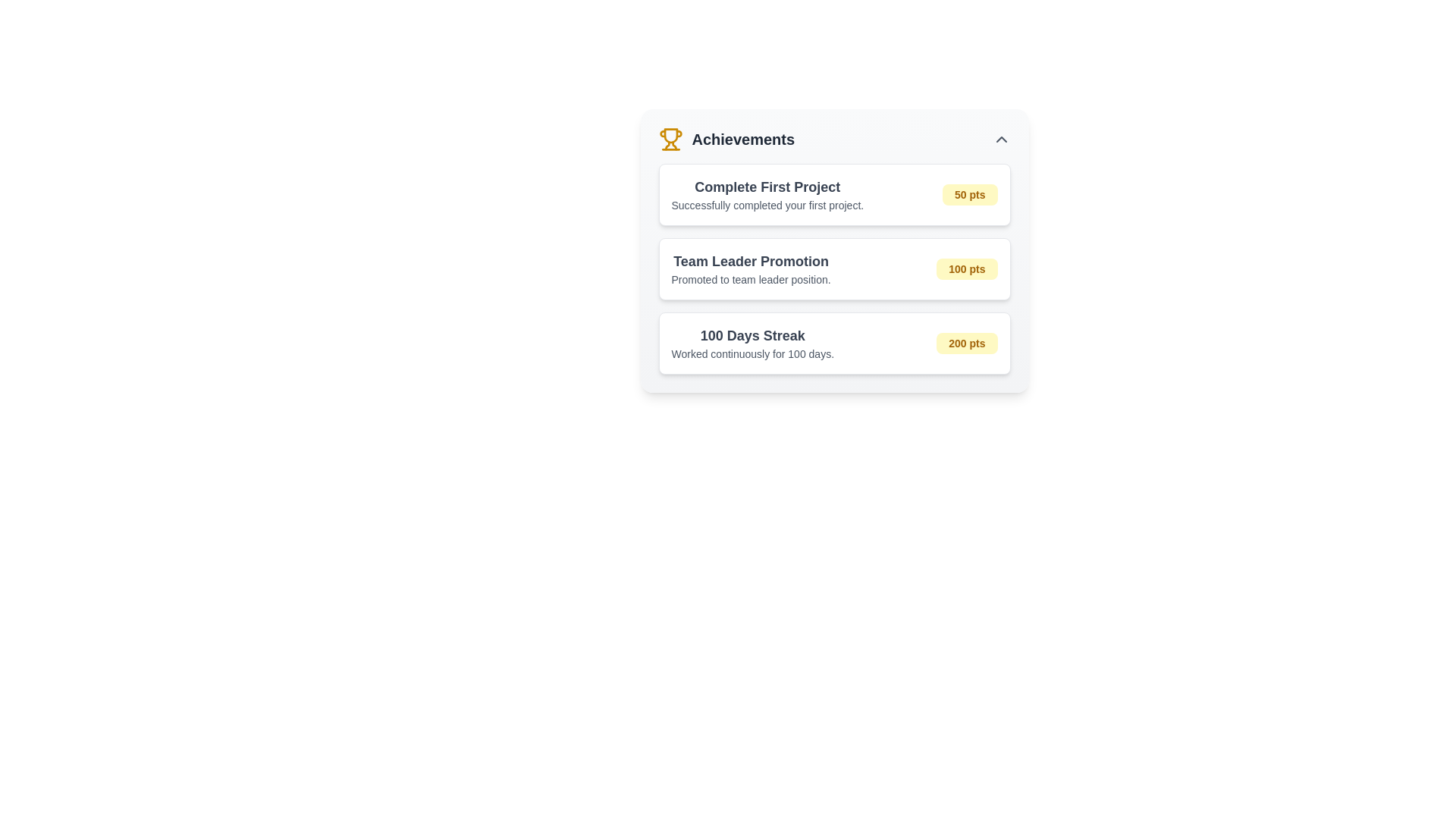  What do you see at coordinates (969, 194) in the screenshot?
I see `the badge displaying '50 pts' with a yellow background, located in the 'Complete First Project' section of the achievement list` at bounding box center [969, 194].